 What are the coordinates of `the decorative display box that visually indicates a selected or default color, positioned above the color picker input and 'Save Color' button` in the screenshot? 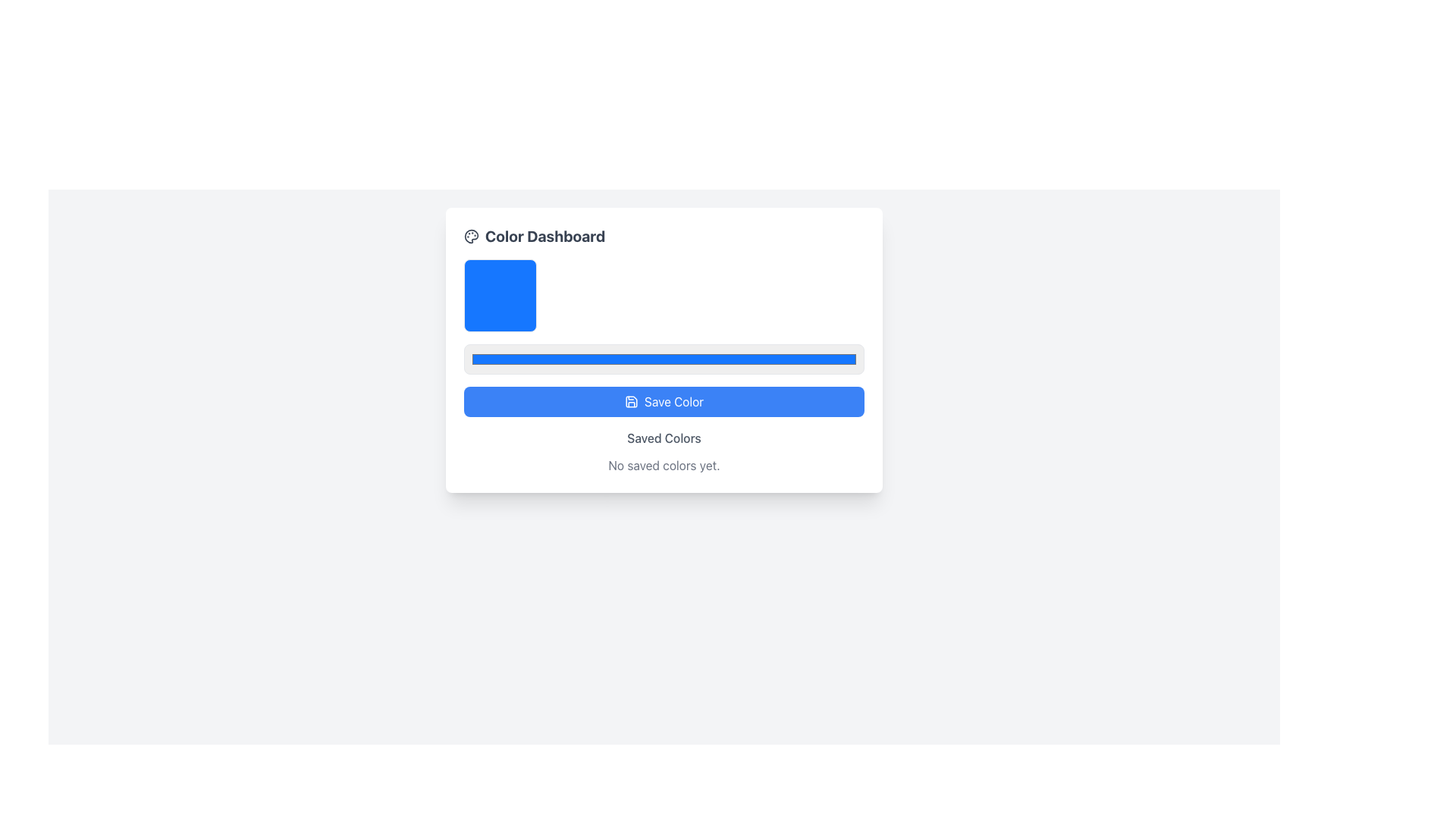 It's located at (500, 295).